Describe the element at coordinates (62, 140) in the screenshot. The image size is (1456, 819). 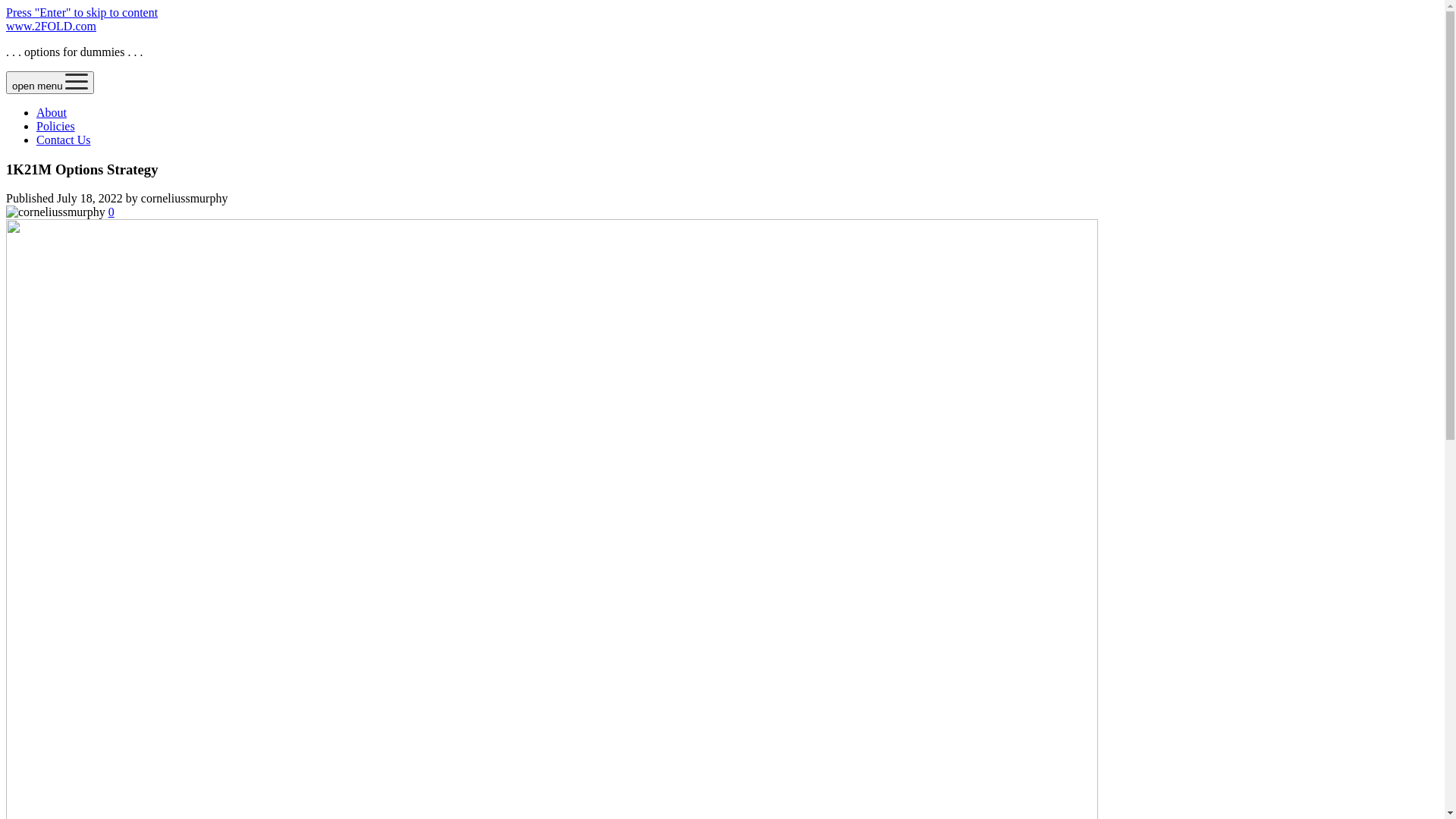
I see `'Contact Us'` at that location.